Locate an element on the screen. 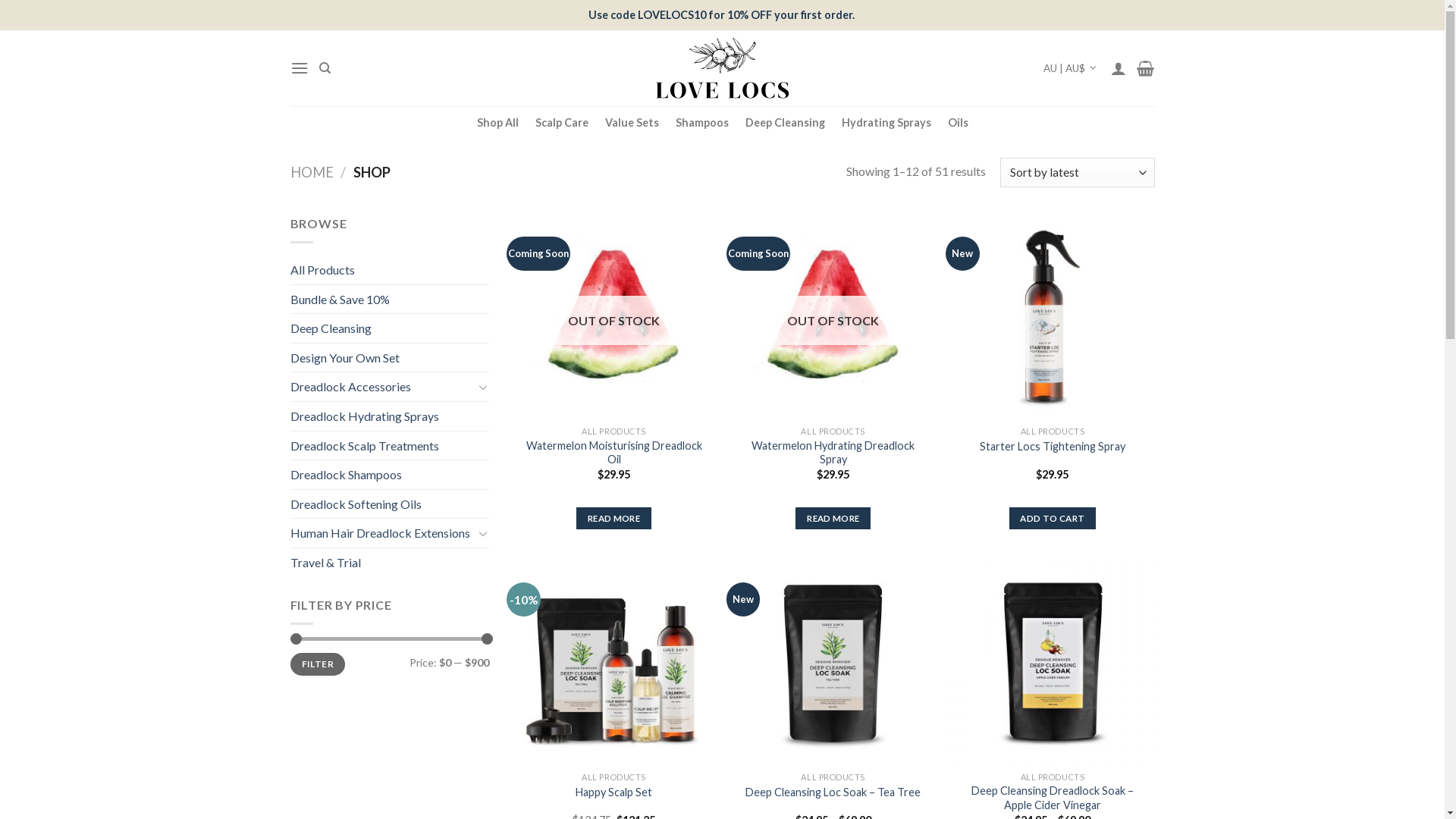 The image size is (1456, 819). 'Cart' is located at coordinates (1145, 67).